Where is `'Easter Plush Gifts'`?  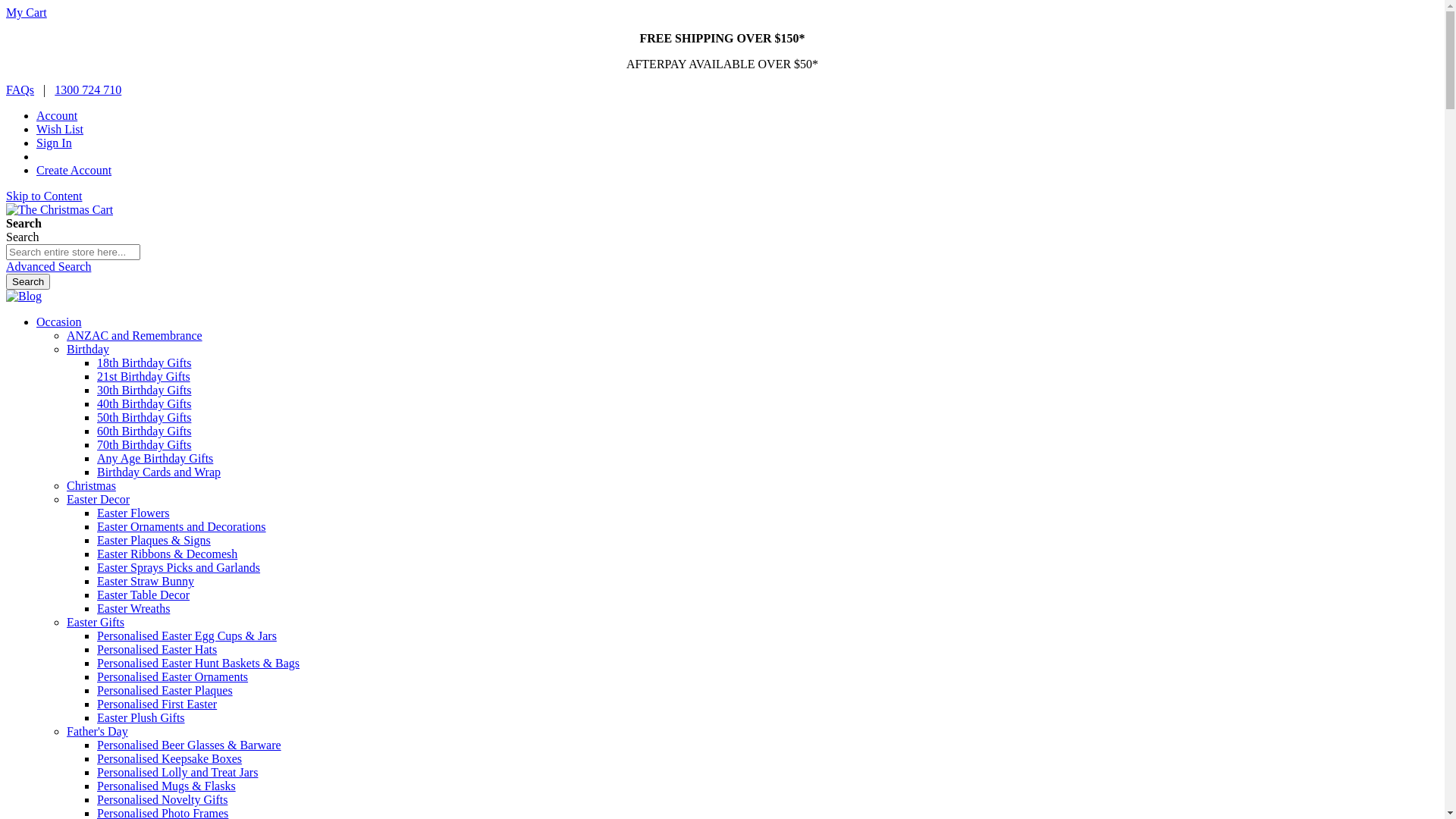
'Easter Plush Gifts' is located at coordinates (141, 717).